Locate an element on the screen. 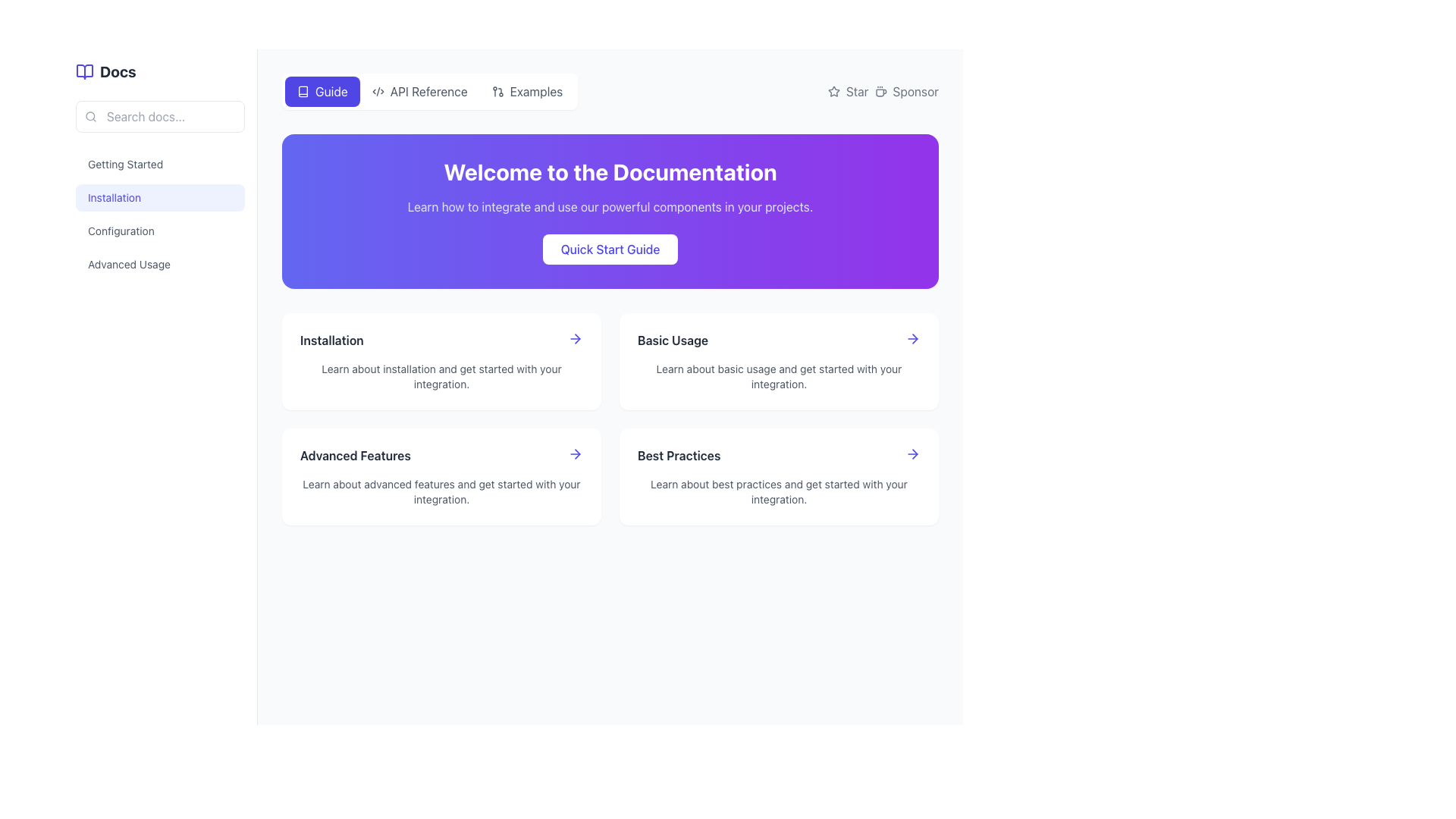  the 'Docs' graphic/icon located is located at coordinates (303, 91).